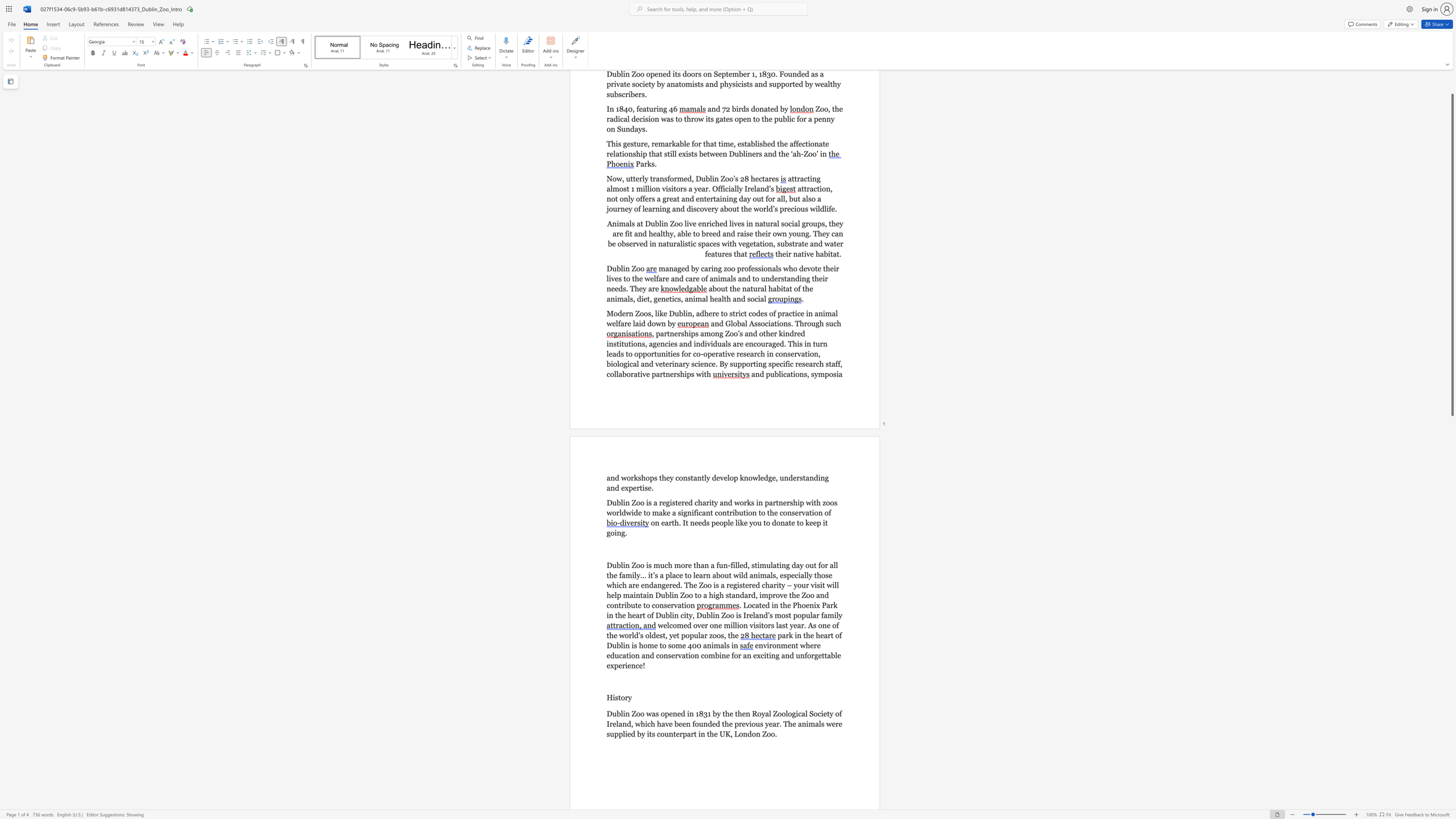  I want to click on the subset text "831 by the then Royal Zoological Society of Ireland, which ha" within the text "Dublin Zoo was opened in 1831 by the then Royal Zoological Society of Ireland, which have been founded the previous year. The animals were supplied by its counterpart in the UK, London Zoo.", so click(699, 714).